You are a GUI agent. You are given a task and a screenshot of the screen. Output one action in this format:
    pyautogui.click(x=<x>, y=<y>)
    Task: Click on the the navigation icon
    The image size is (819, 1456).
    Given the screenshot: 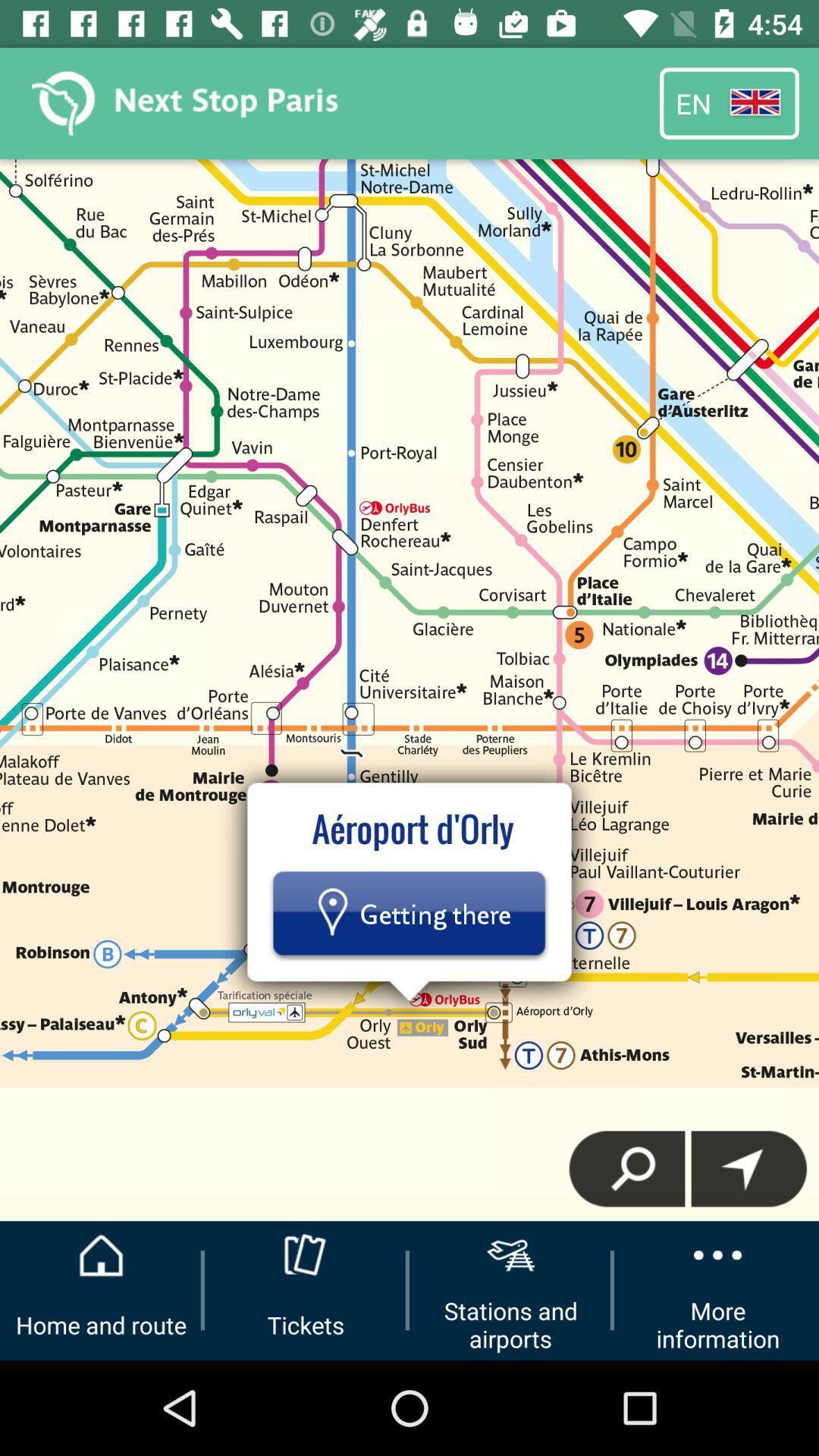 What is the action you would take?
    pyautogui.click(x=752, y=1174)
    